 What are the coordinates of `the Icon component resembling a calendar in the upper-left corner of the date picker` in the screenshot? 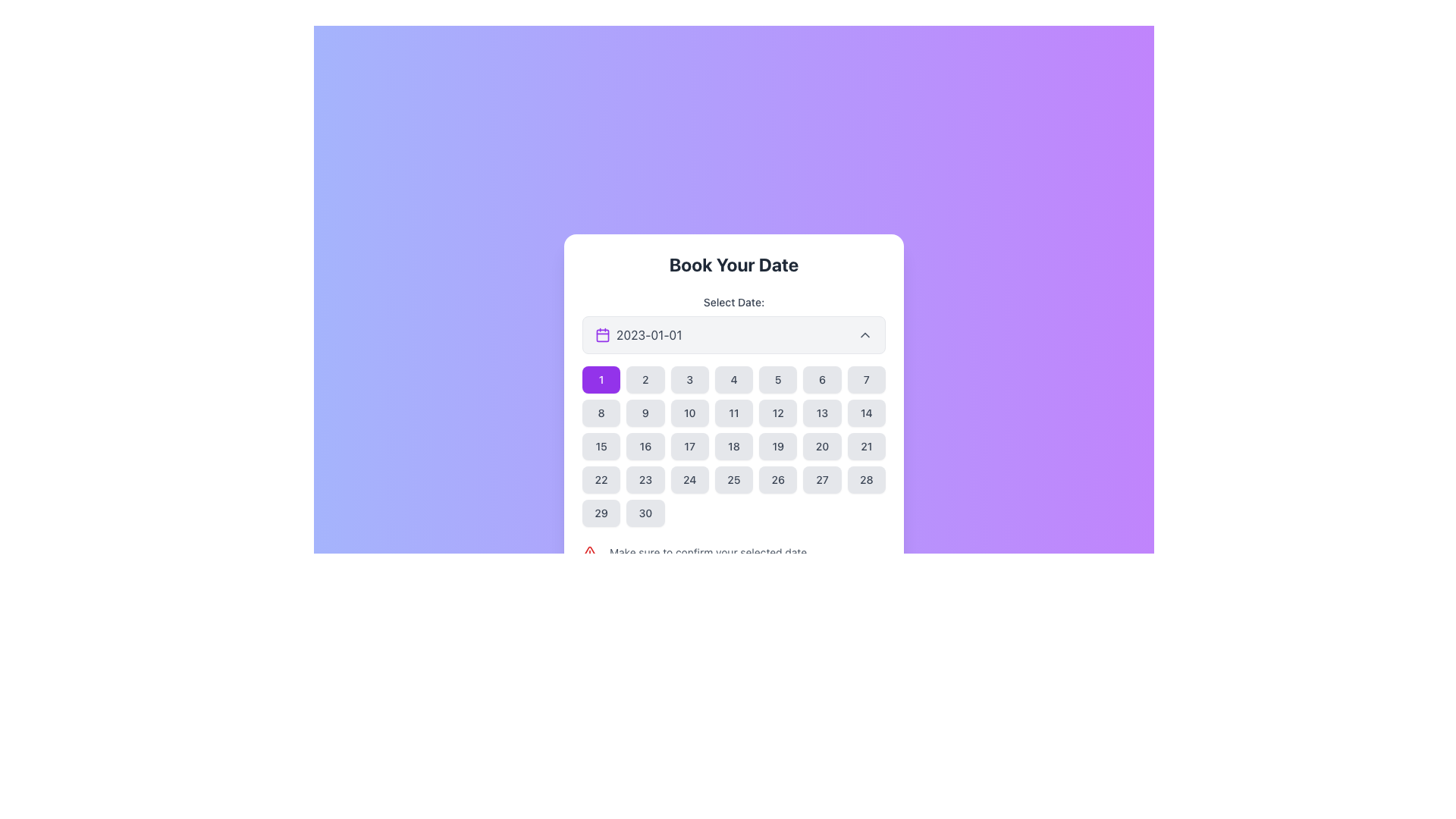 It's located at (602, 334).